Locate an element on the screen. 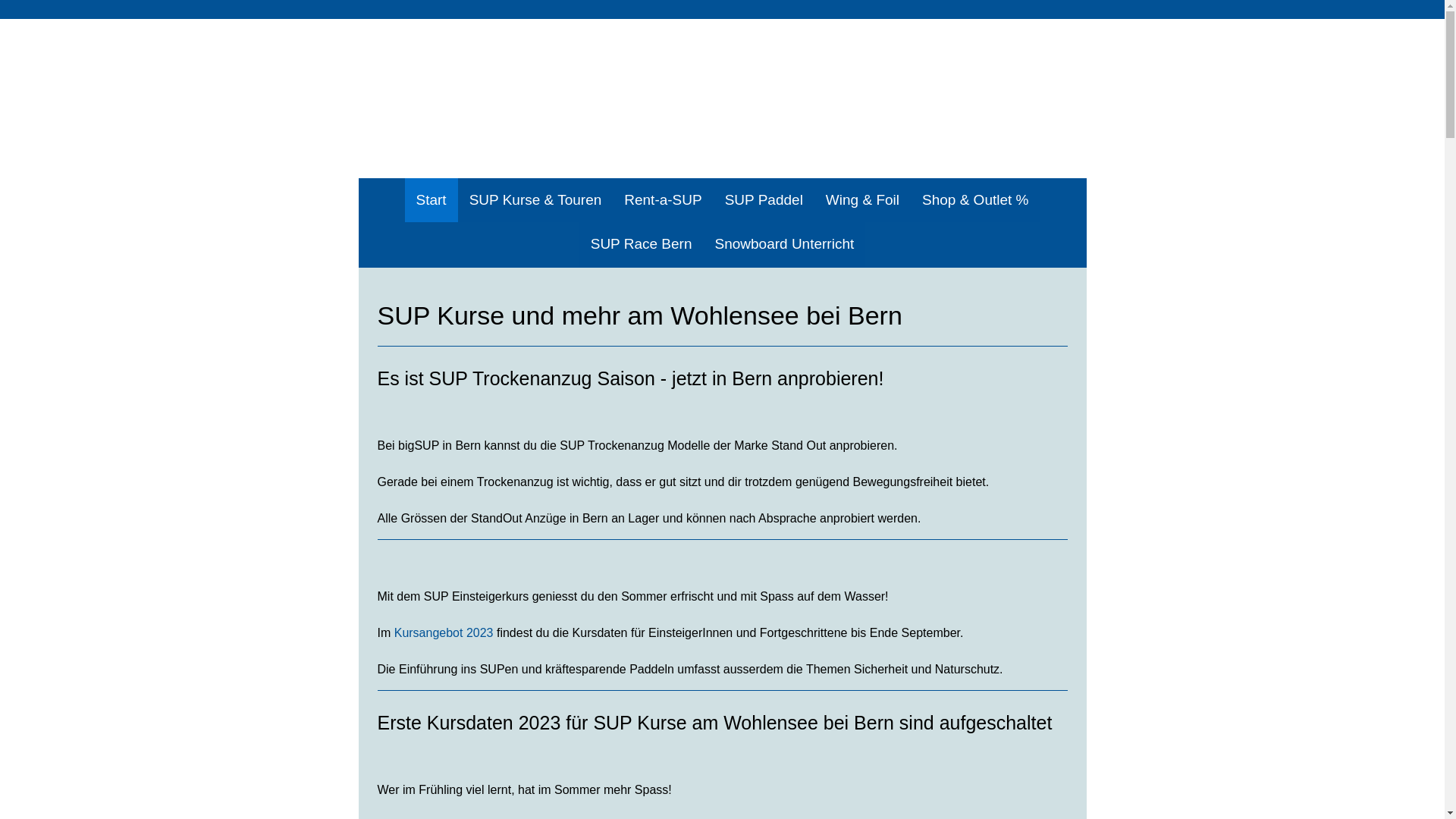  'Rent-a-SUP' is located at coordinates (662, 199).